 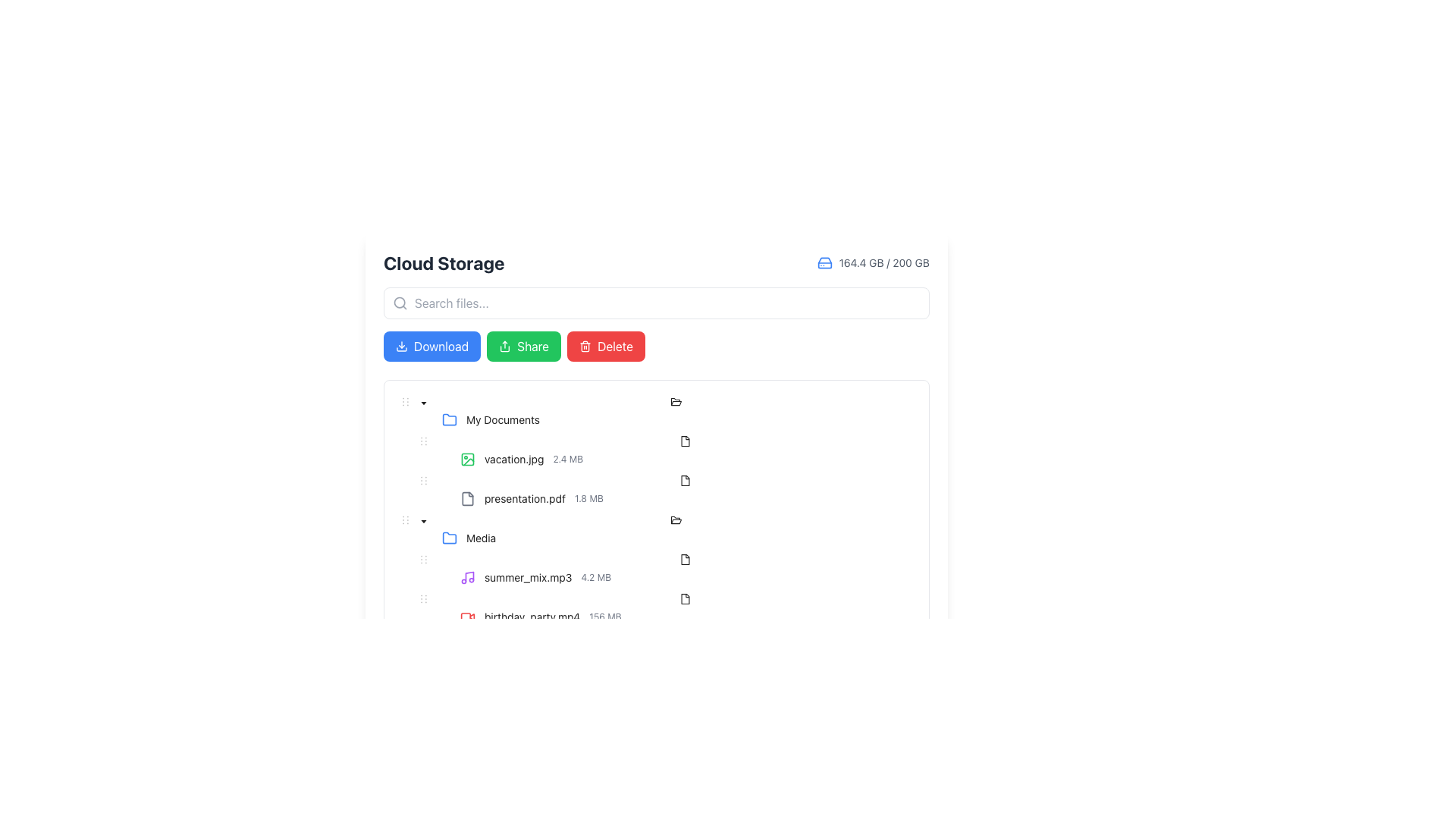 What do you see at coordinates (467, 458) in the screenshot?
I see `the small, green-outlined square icon resembling an image frame, which is positioned to the left of the text 'vacation.jpg'` at bounding box center [467, 458].